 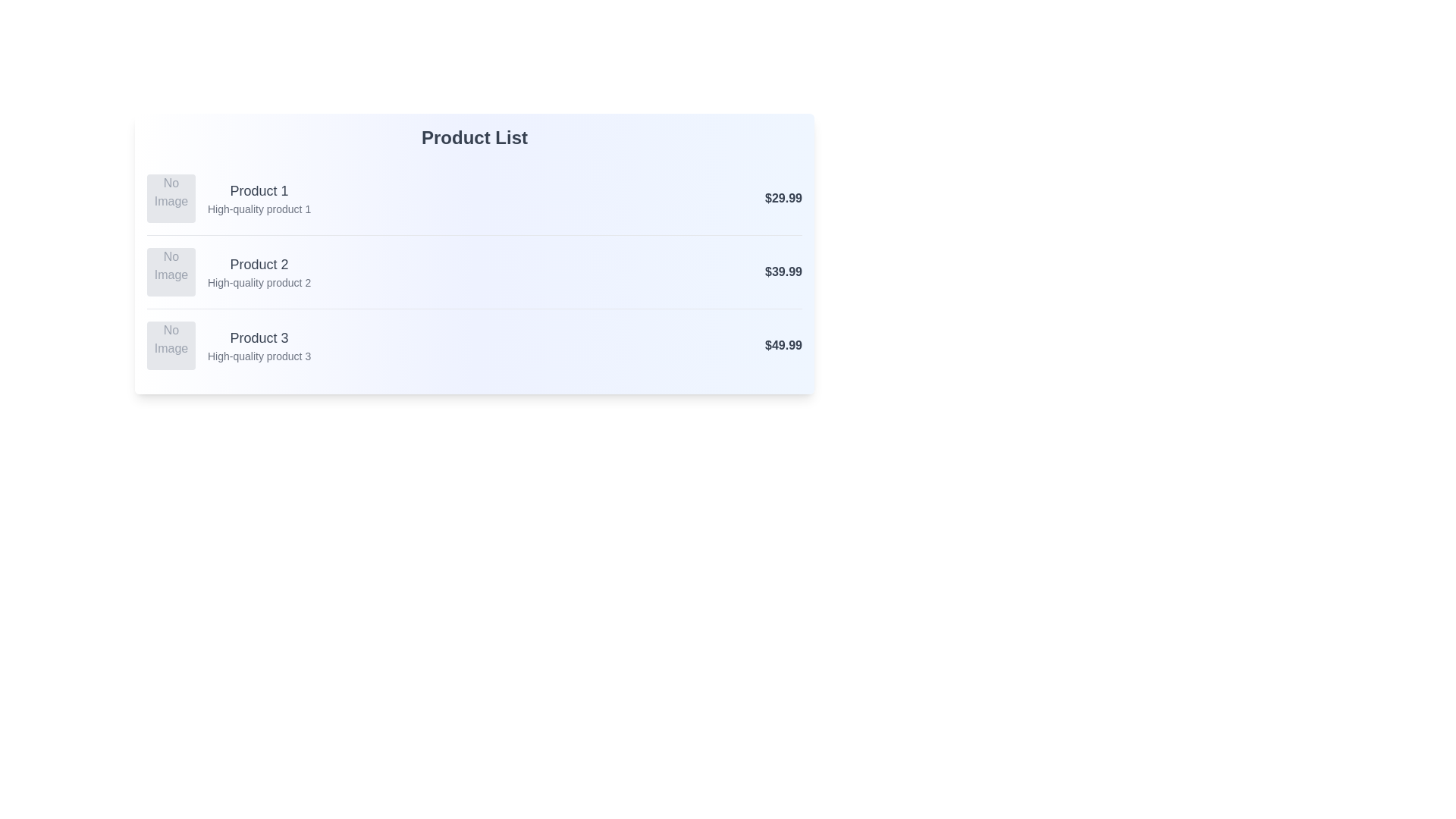 I want to click on the price of Product 3 to examine its details, so click(x=783, y=345).